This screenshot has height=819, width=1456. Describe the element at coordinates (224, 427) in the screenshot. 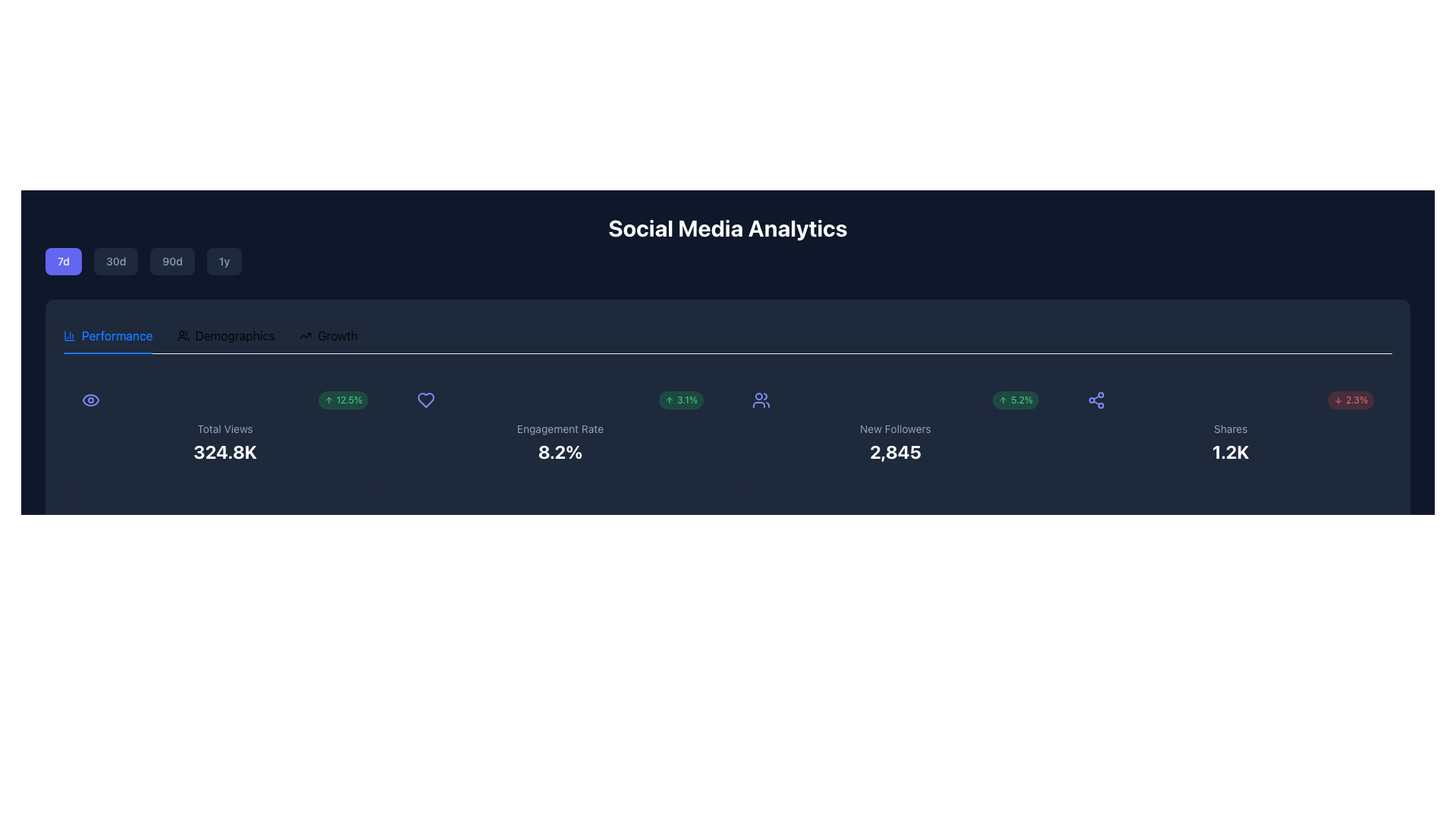

I see `the analytics card displaying total views (324.8K) and percentage increase (+12.5%) for additional options` at that location.